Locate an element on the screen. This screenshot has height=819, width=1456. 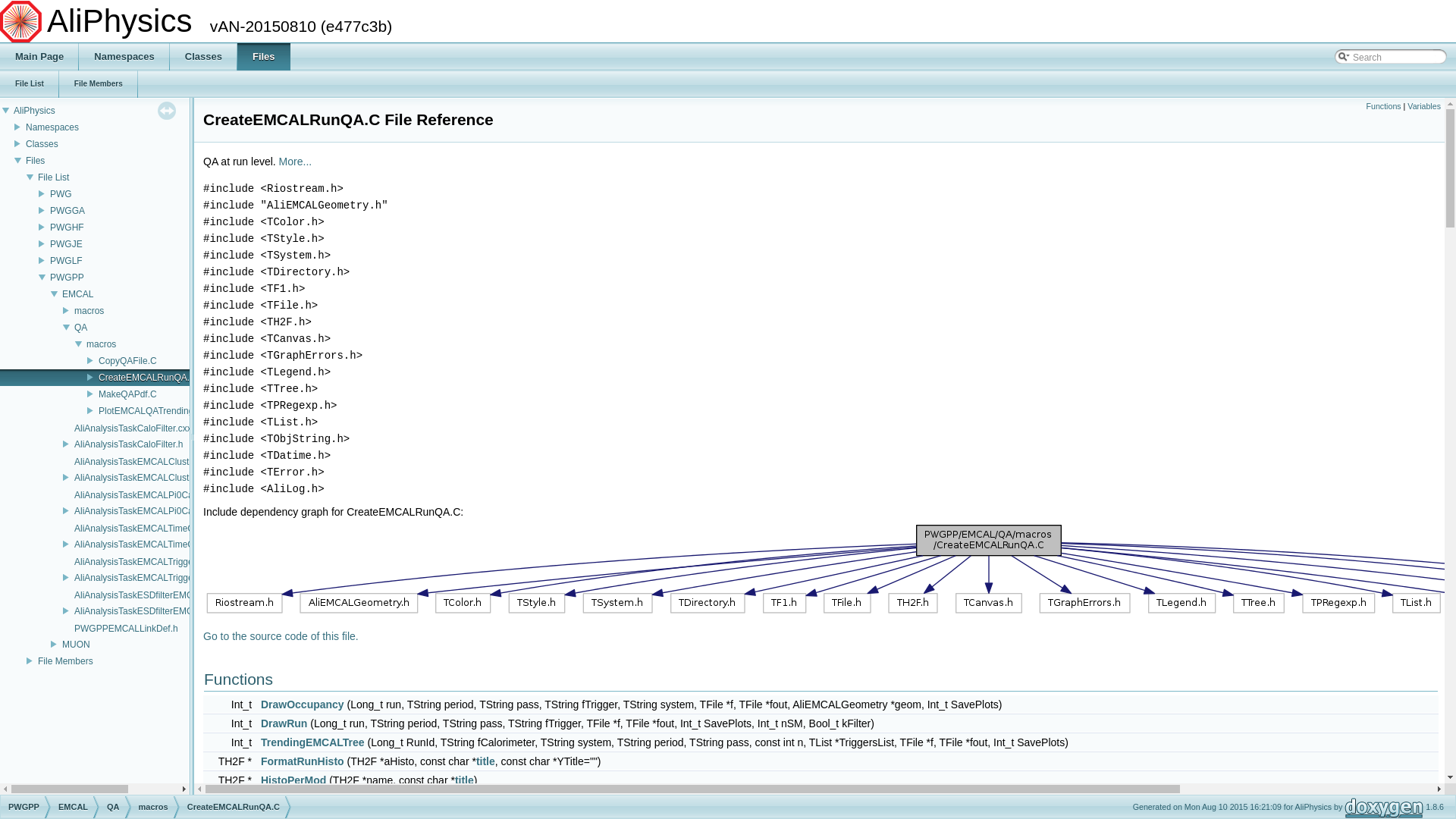
'HistoPerMod' is located at coordinates (293, 780).